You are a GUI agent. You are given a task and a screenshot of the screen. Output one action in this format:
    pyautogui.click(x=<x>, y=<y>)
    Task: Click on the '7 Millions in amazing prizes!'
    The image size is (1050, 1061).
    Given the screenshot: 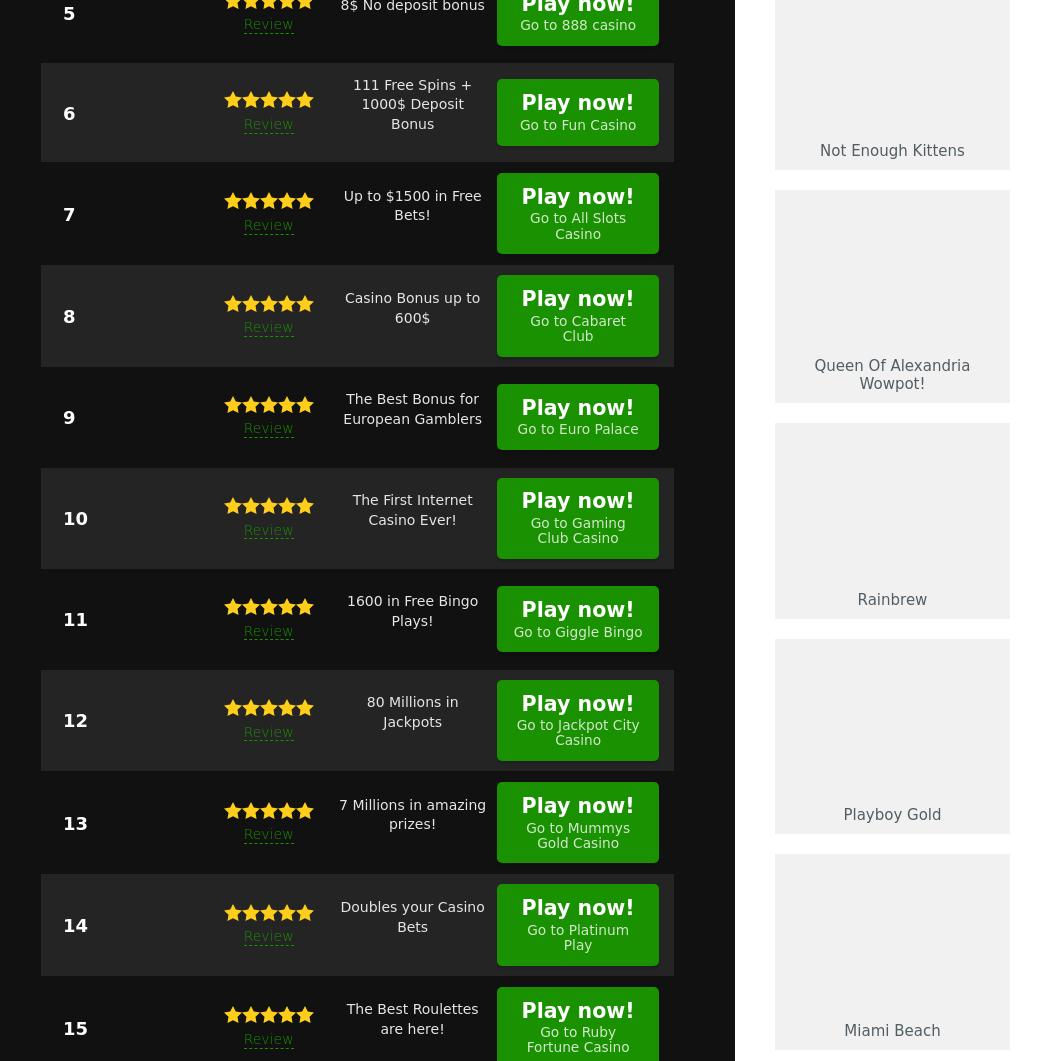 What is the action you would take?
    pyautogui.click(x=412, y=813)
    